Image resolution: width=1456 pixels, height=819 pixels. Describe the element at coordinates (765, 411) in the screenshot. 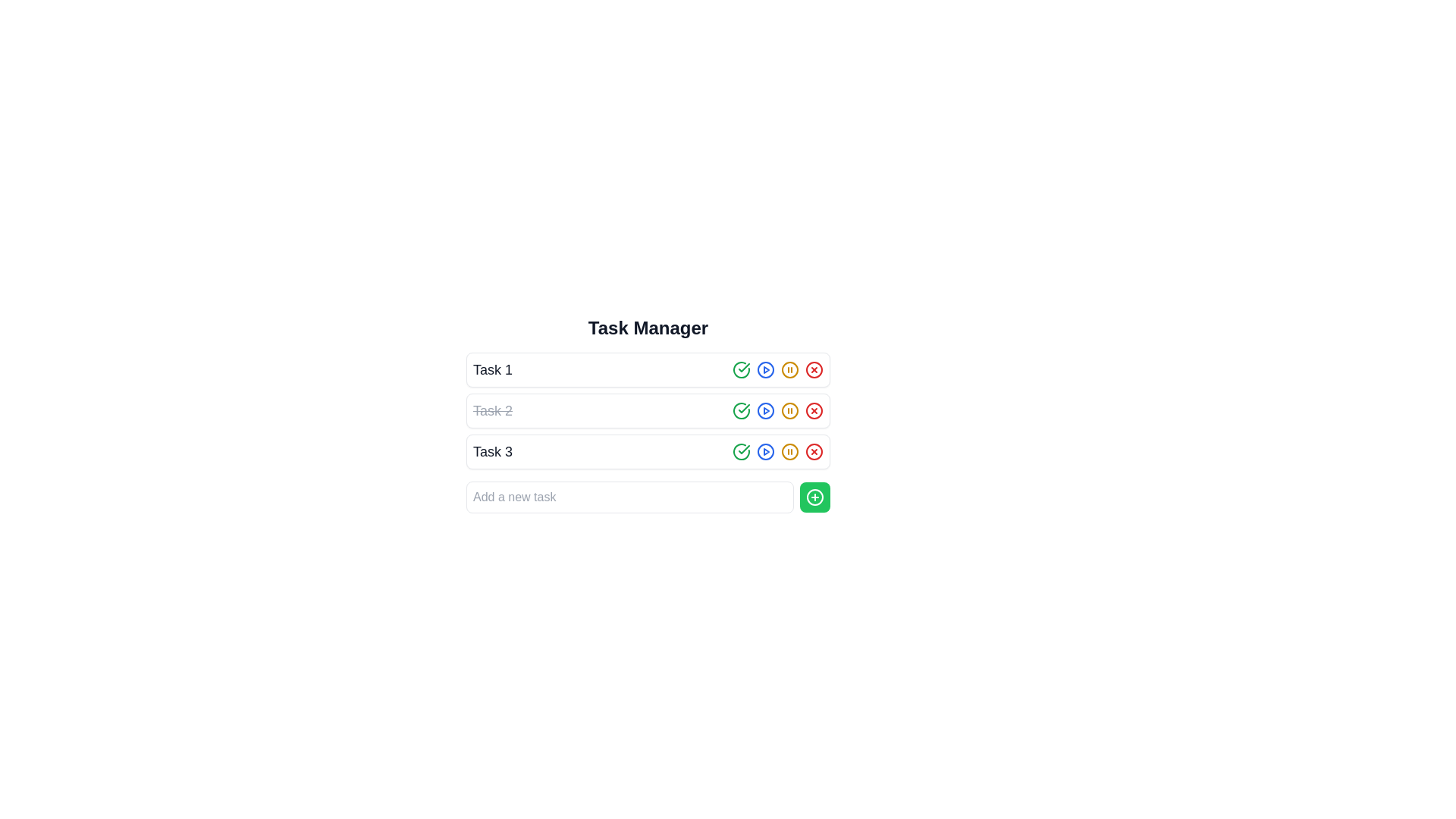

I see `the blue circular play button with a triangular play symbol at its center, the second interactive control for 'Task 2'` at that location.